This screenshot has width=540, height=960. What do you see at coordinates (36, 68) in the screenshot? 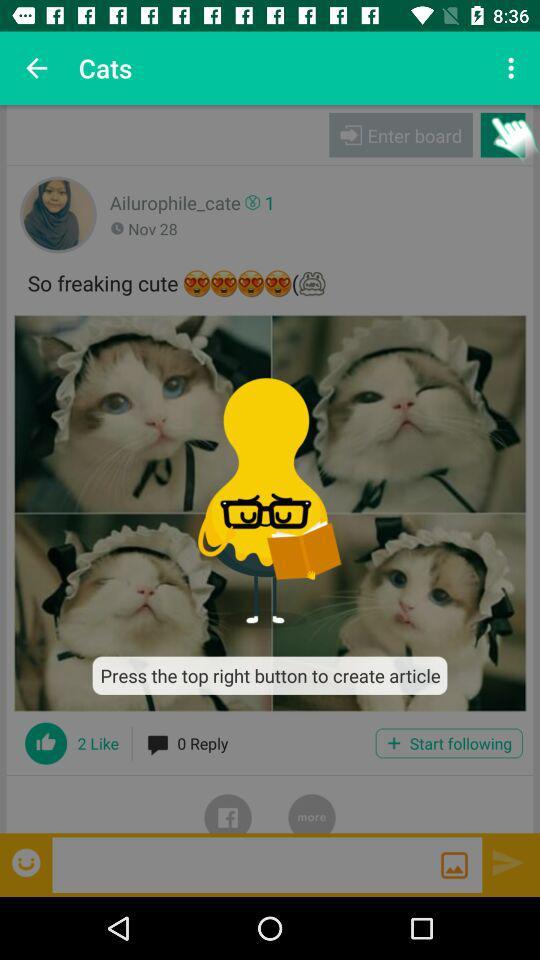
I see `the icon next to the cats app` at bounding box center [36, 68].